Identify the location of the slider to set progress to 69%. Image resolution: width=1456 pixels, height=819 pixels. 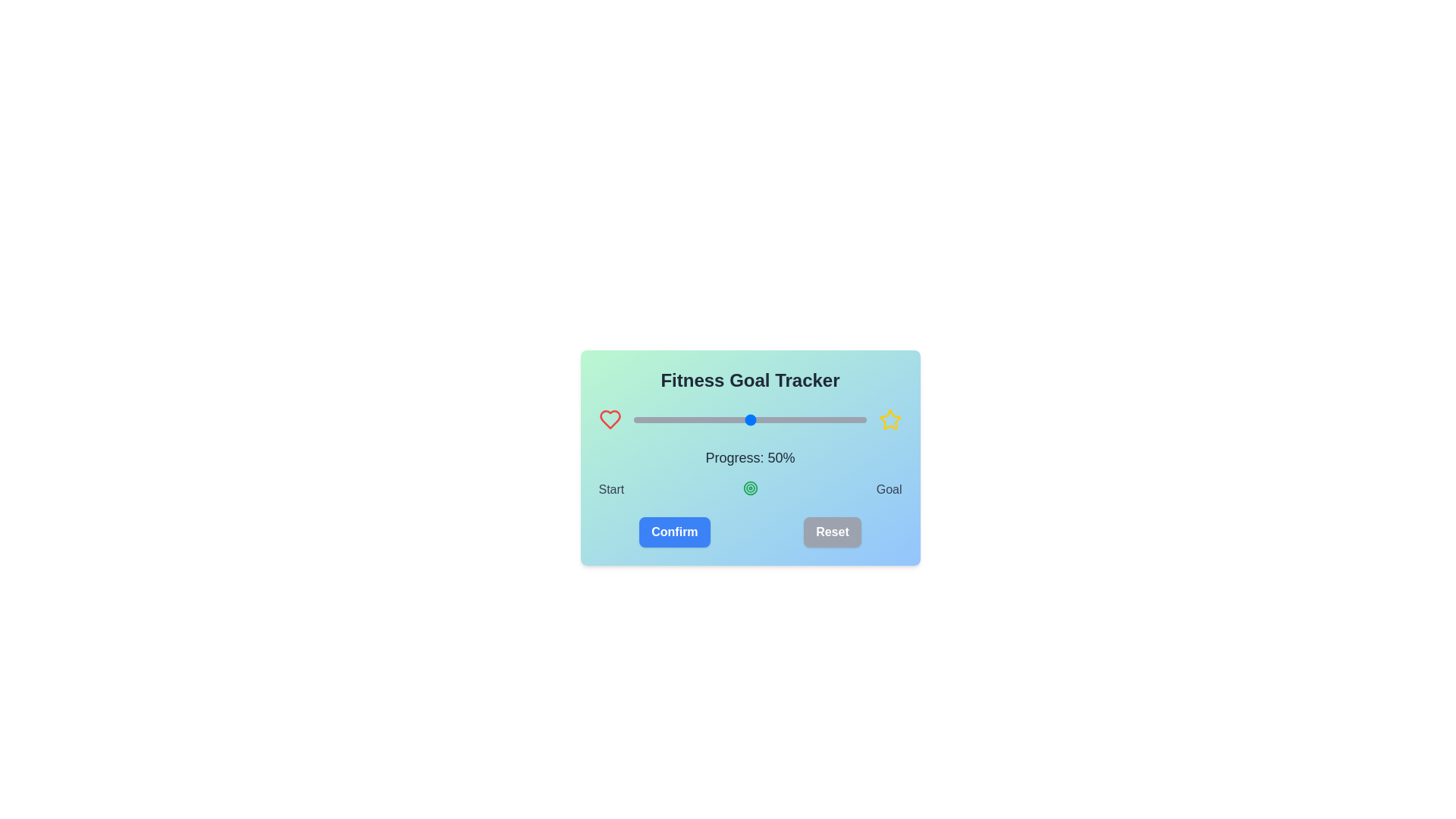
(793, 420).